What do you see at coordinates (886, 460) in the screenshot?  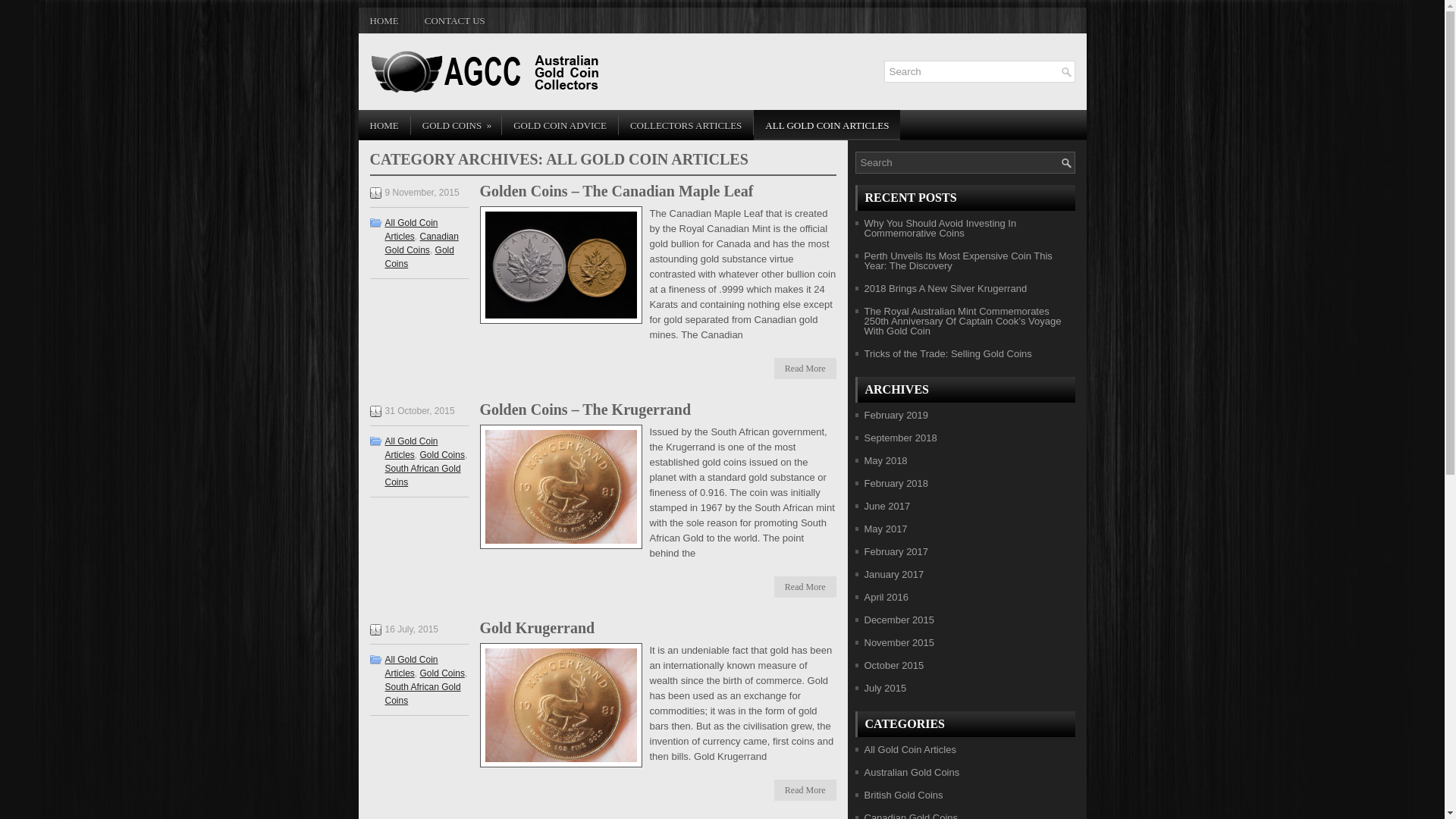 I see `'May 2018'` at bounding box center [886, 460].